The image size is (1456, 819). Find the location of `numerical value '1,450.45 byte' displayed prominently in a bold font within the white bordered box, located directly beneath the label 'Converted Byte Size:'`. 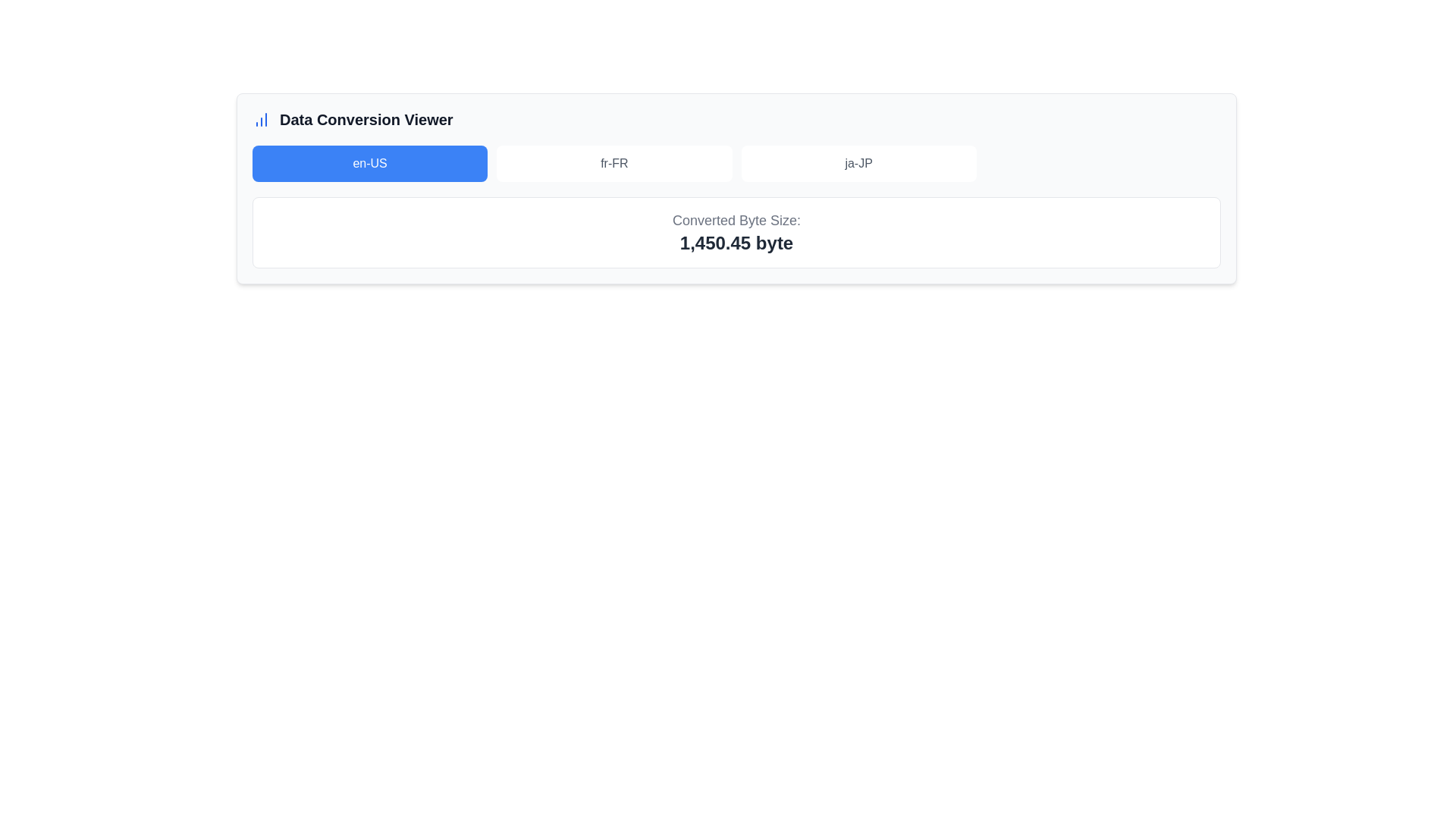

numerical value '1,450.45 byte' displayed prominently in a bold font within the white bordered box, located directly beneath the label 'Converted Byte Size:' is located at coordinates (736, 242).